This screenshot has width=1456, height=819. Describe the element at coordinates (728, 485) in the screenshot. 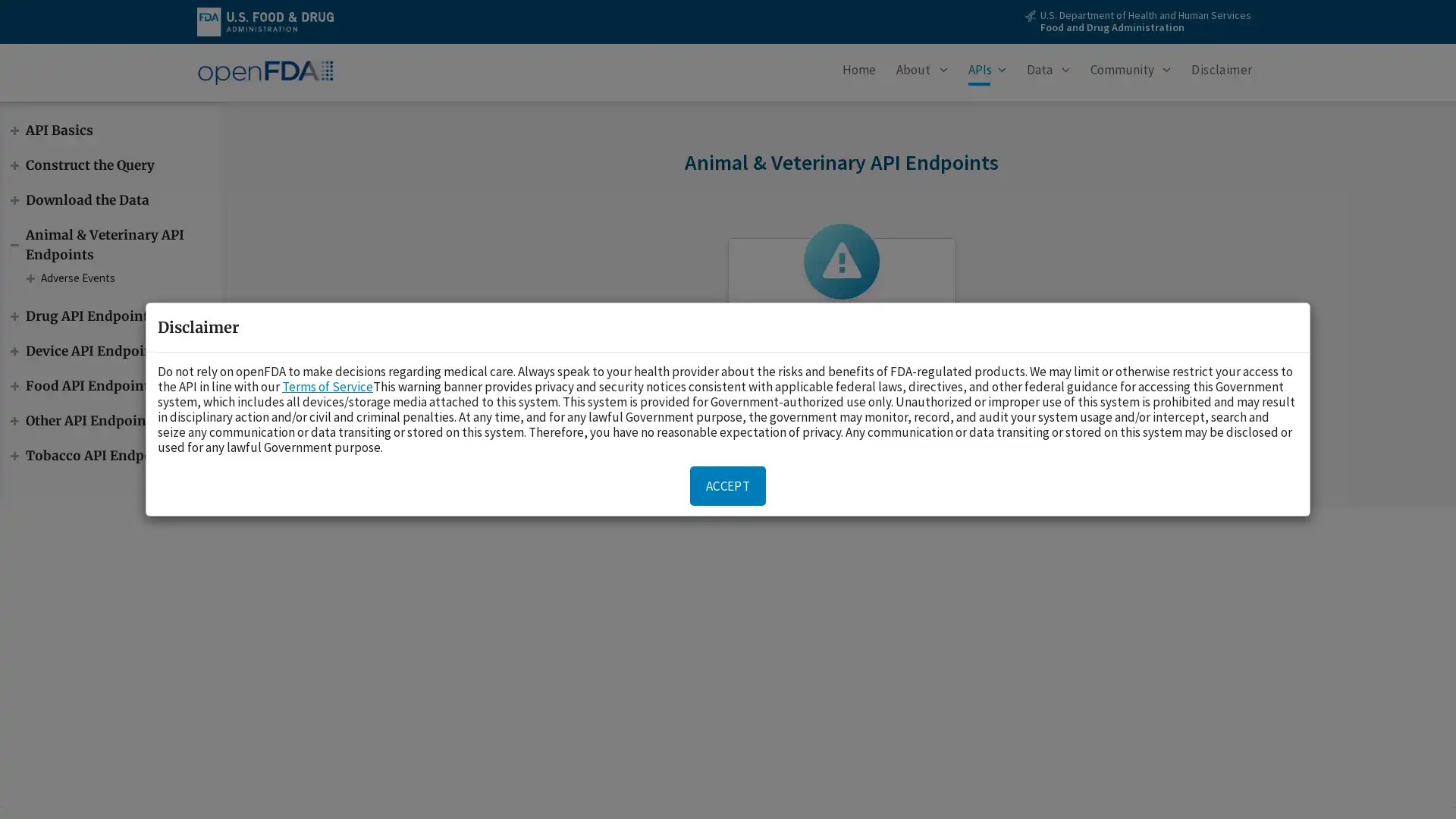

I see `ACCEPT` at that location.